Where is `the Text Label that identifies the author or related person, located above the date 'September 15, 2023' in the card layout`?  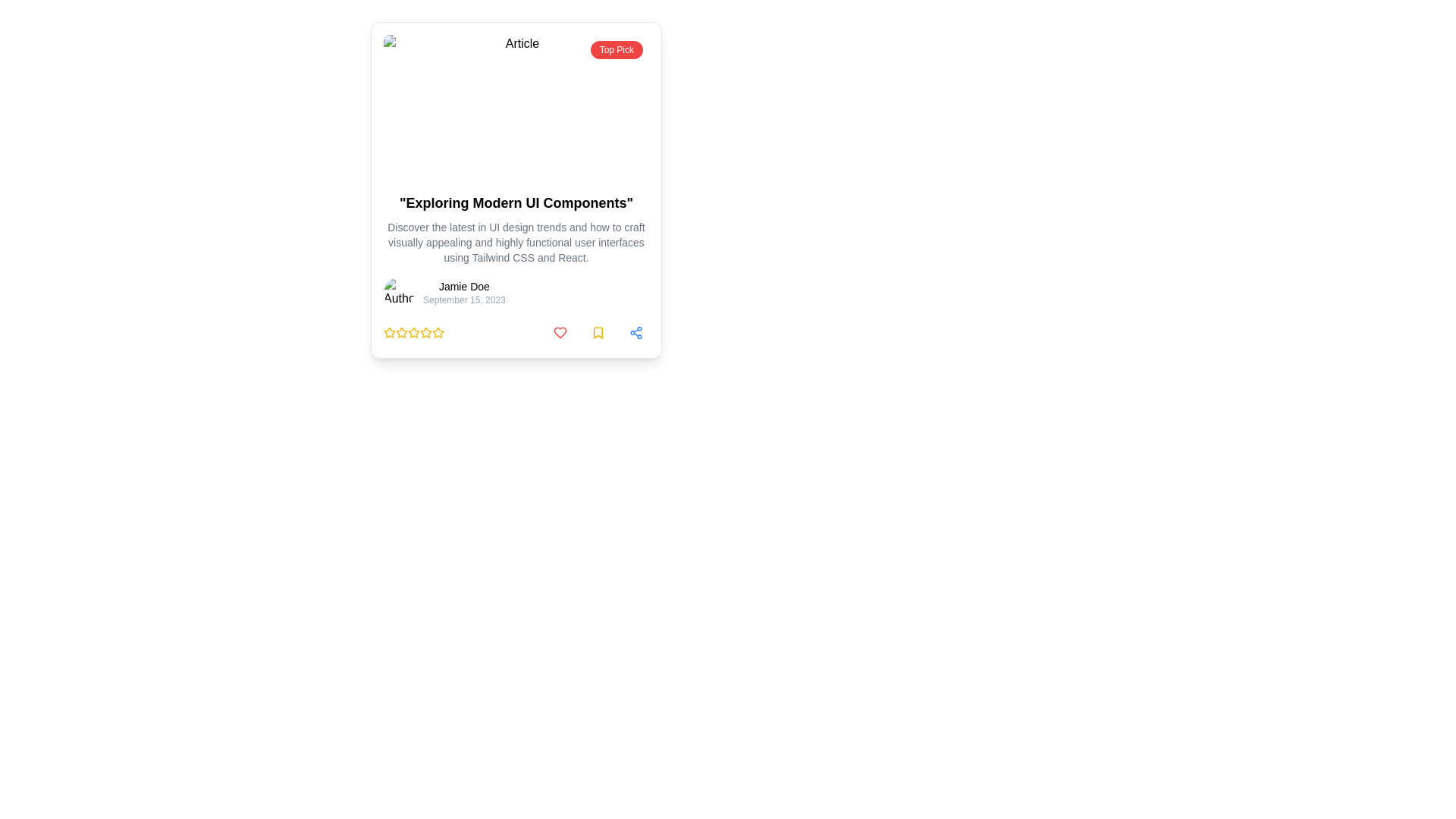
the Text Label that identifies the author or related person, located above the date 'September 15, 2023' in the card layout is located at coordinates (463, 287).